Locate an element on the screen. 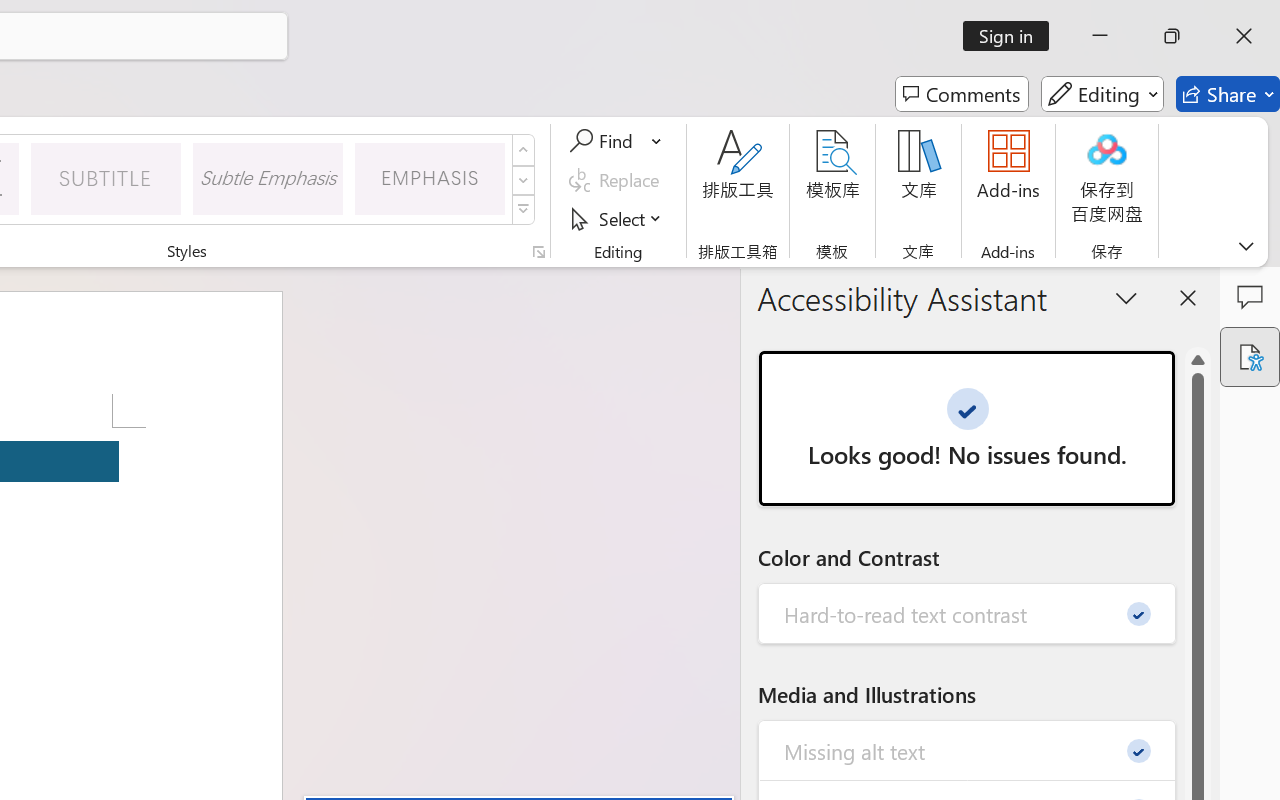 The image size is (1280, 800). 'Sign in' is located at coordinates (1013, 35).